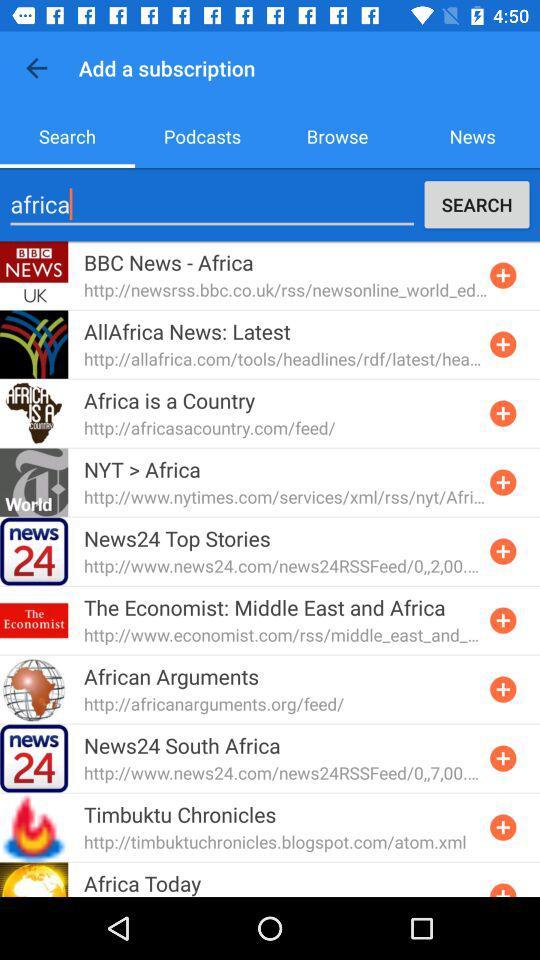  I want to click on subscription, so click(502, 689).